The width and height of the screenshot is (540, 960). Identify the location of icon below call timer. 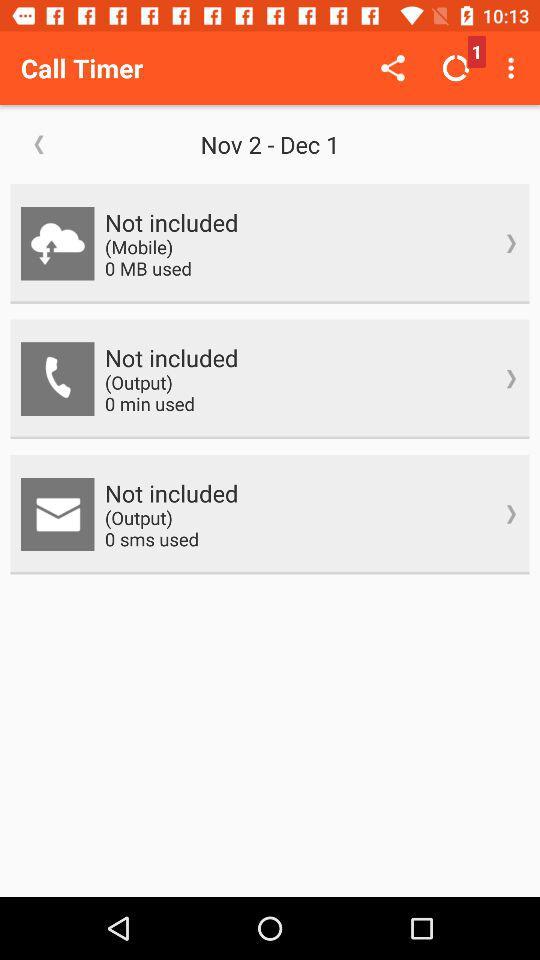
(39, 143).